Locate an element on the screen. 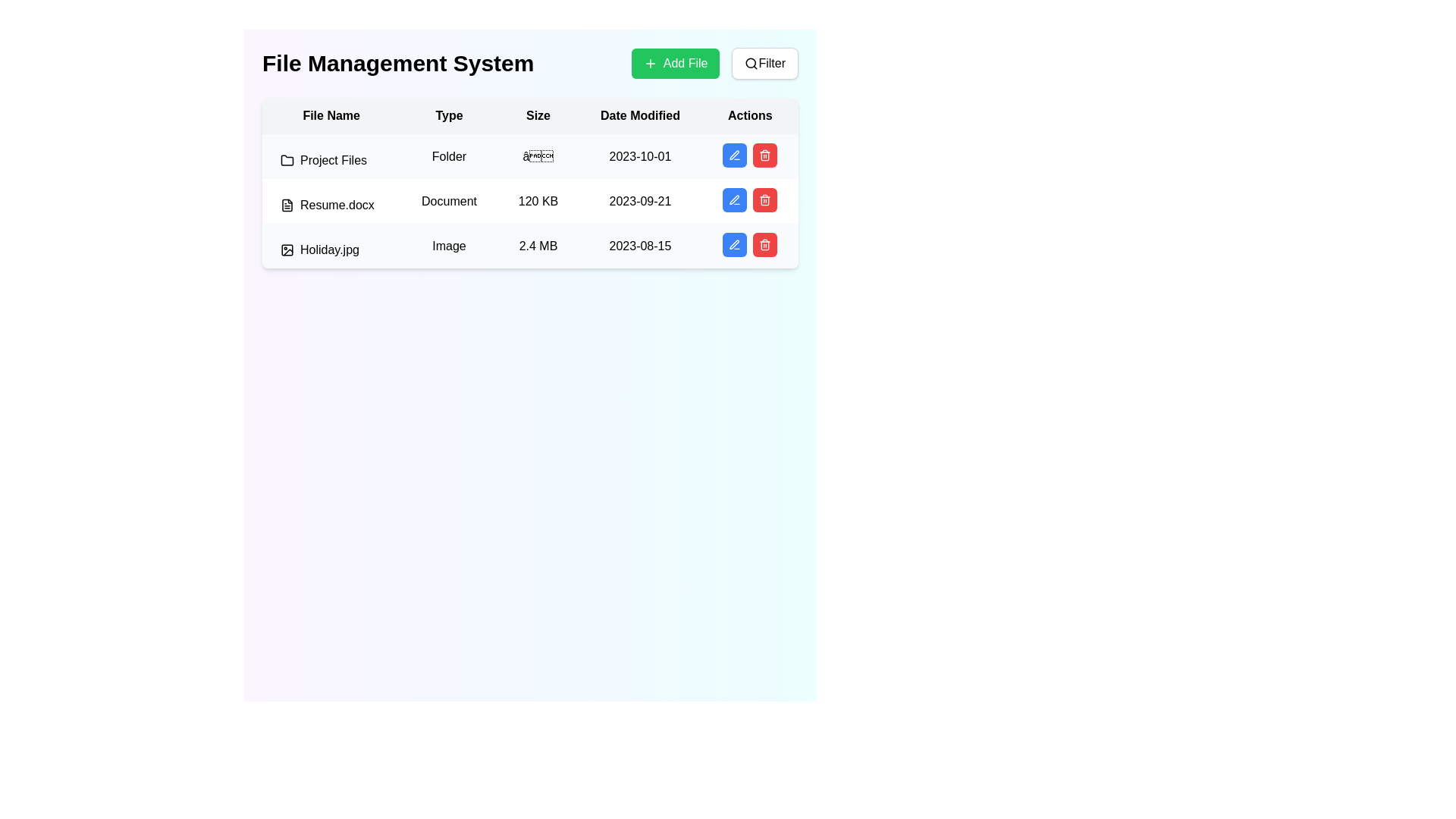  the 'Project Files' folder item located is located at coordinates (330, 161).